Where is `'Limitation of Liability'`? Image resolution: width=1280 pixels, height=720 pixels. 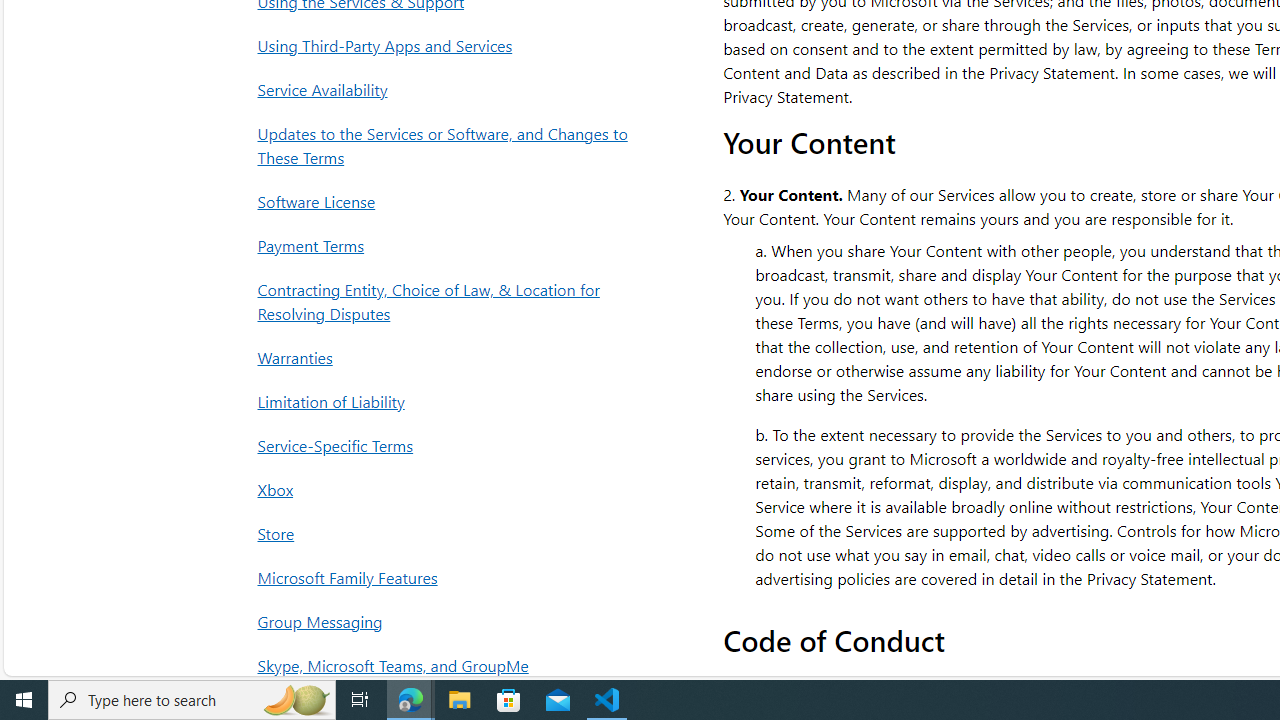
'Limitation of Liability' is located at coordinates (447, 401).